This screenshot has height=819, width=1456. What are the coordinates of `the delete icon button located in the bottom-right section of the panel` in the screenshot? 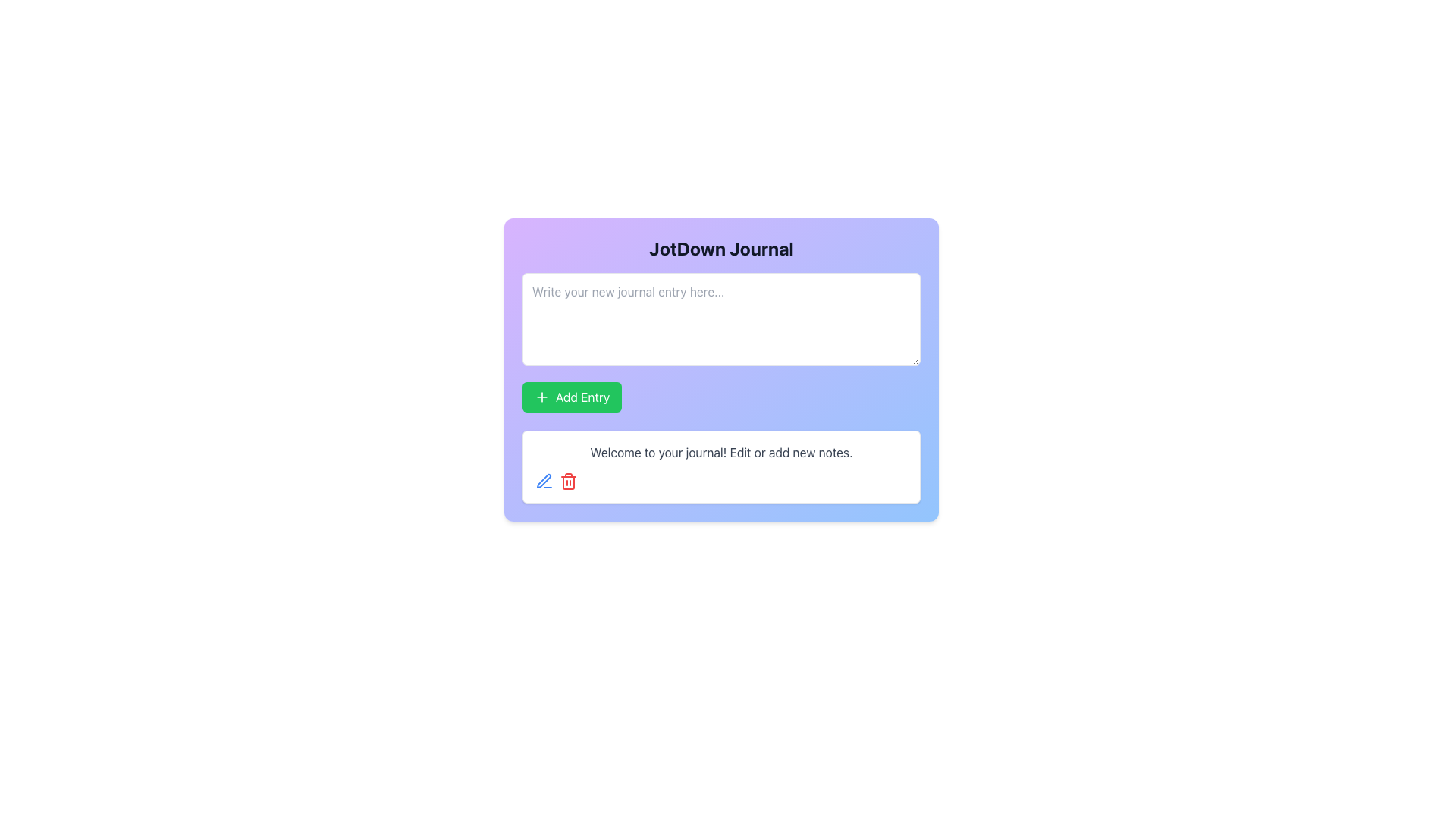 It's located at (567, 480).